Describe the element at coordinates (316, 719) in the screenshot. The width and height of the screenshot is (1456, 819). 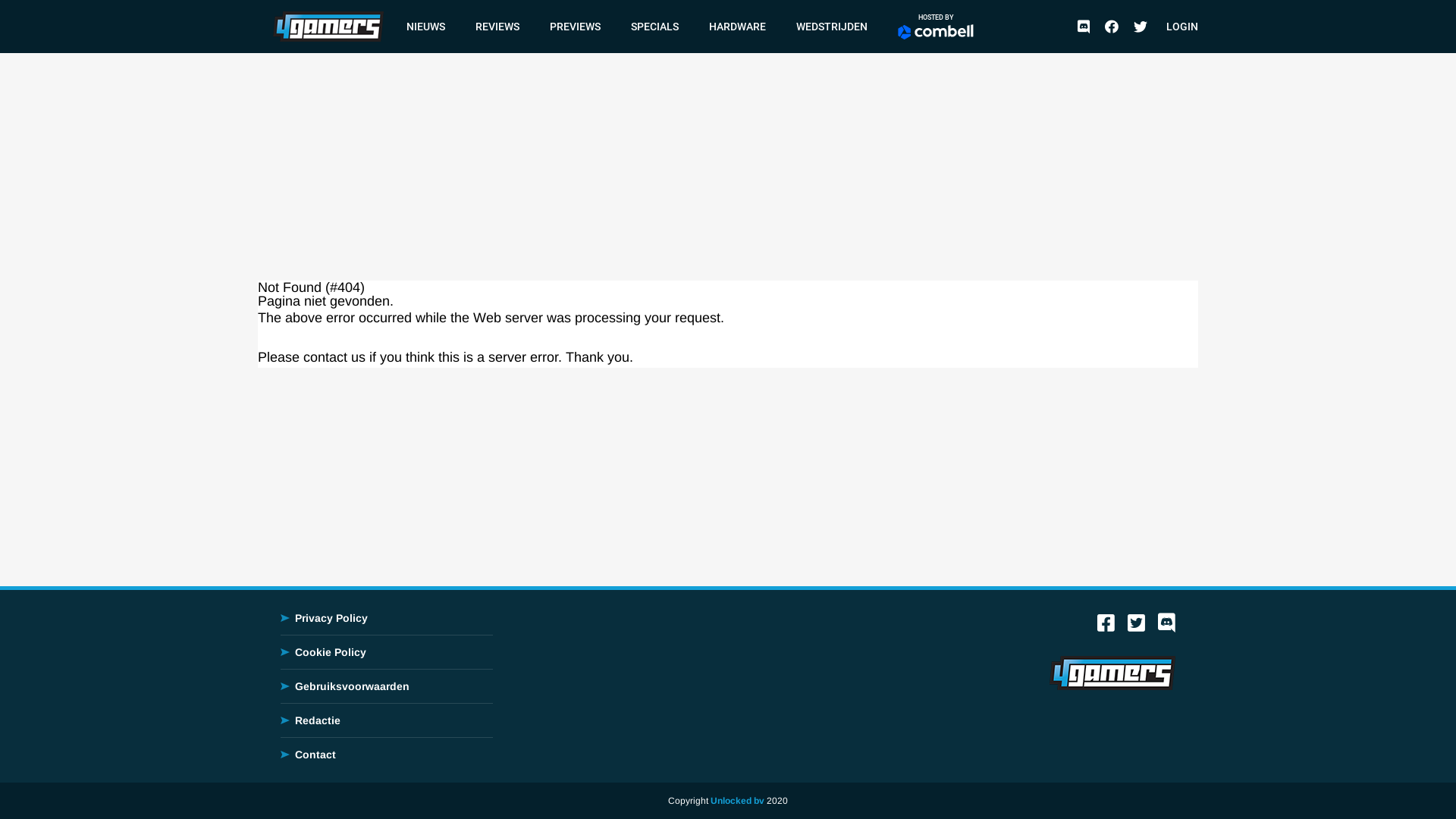
I see `'Redactie'` at that location.